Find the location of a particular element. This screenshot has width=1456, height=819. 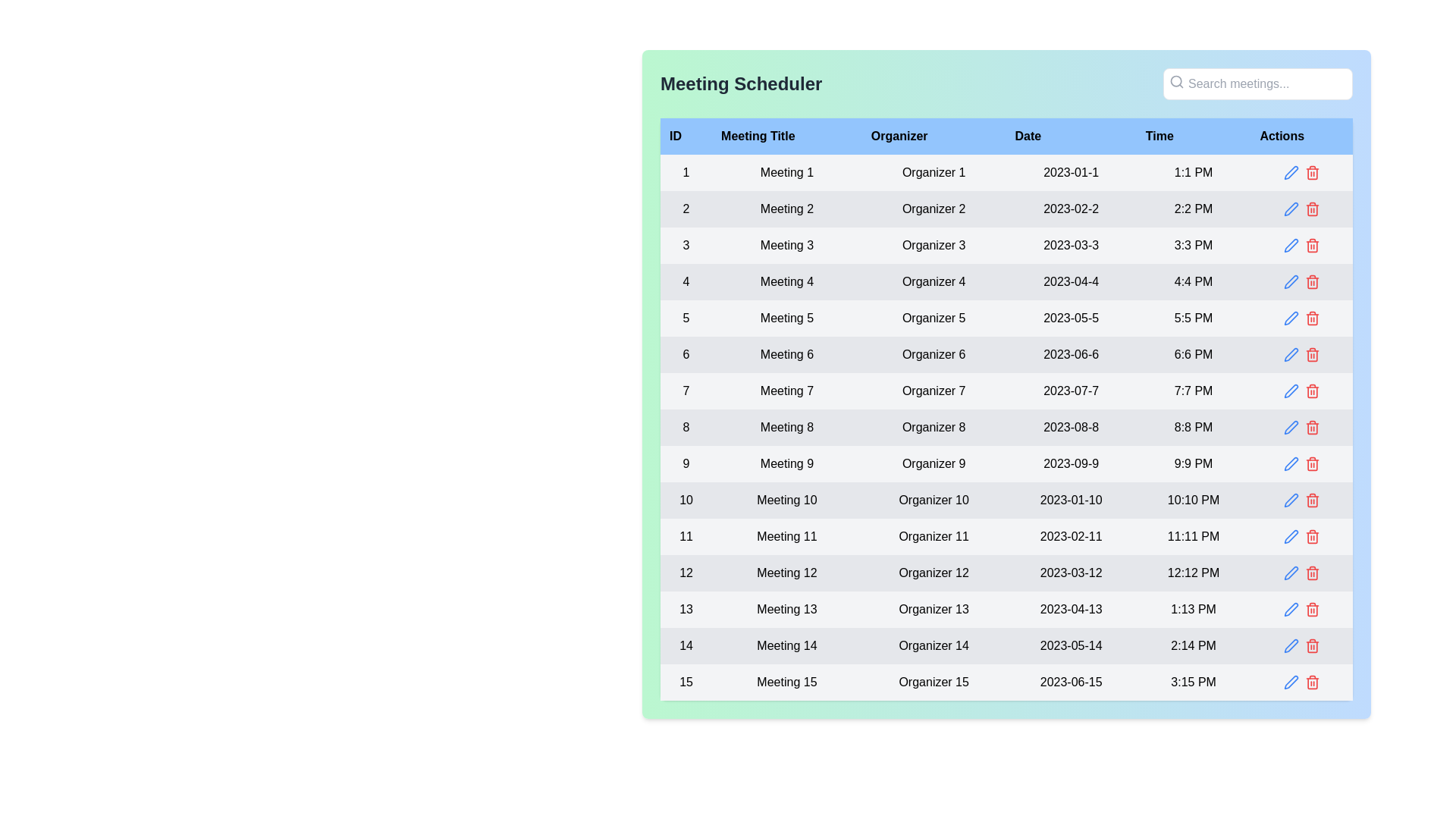

the static text label displaying 'Meeting 6' in the sixth row of the table under the 'Meeting Title' column is located at coordinates (786, 354).